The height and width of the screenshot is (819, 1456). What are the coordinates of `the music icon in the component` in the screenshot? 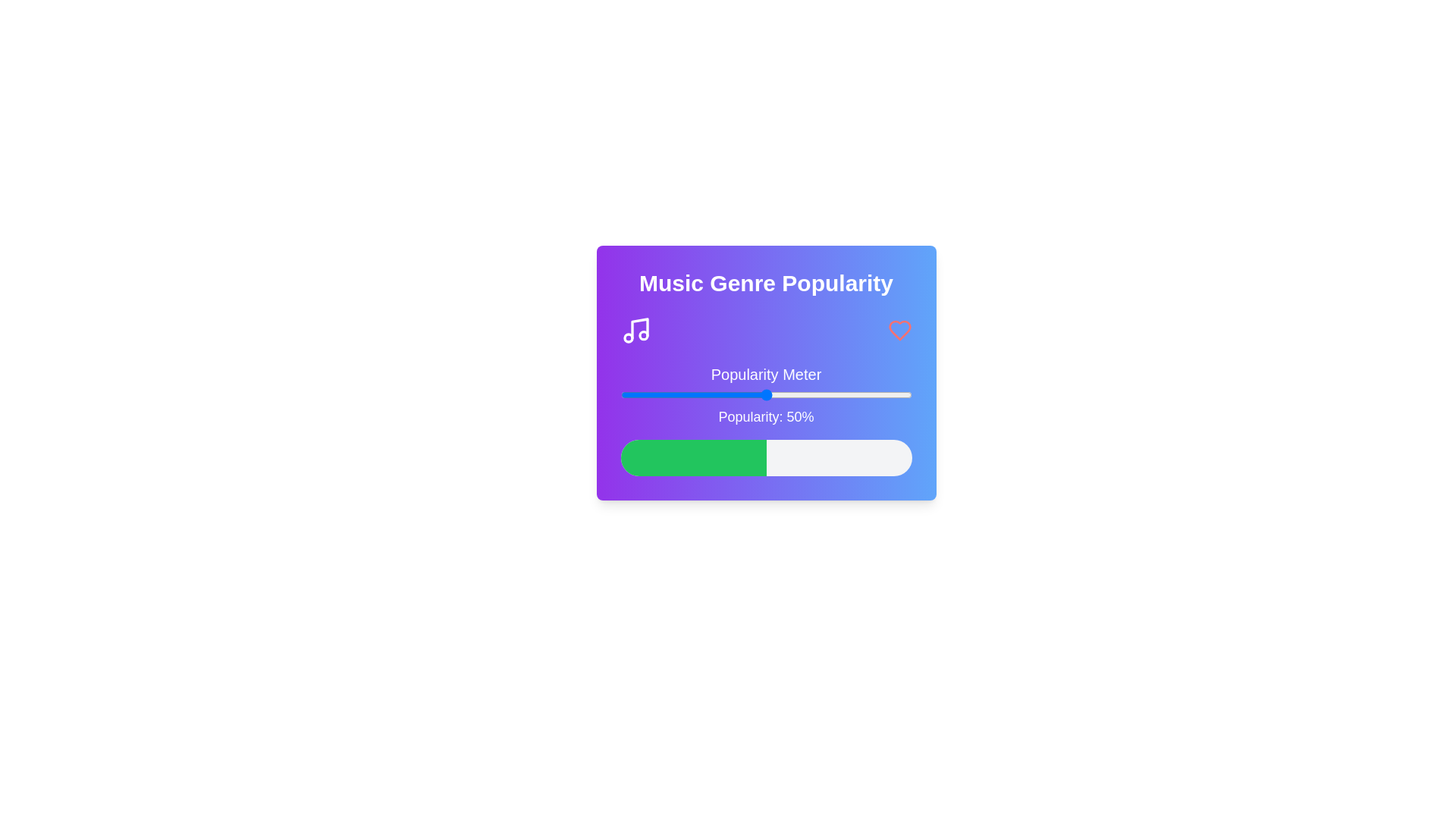 It's located at (635, 329).